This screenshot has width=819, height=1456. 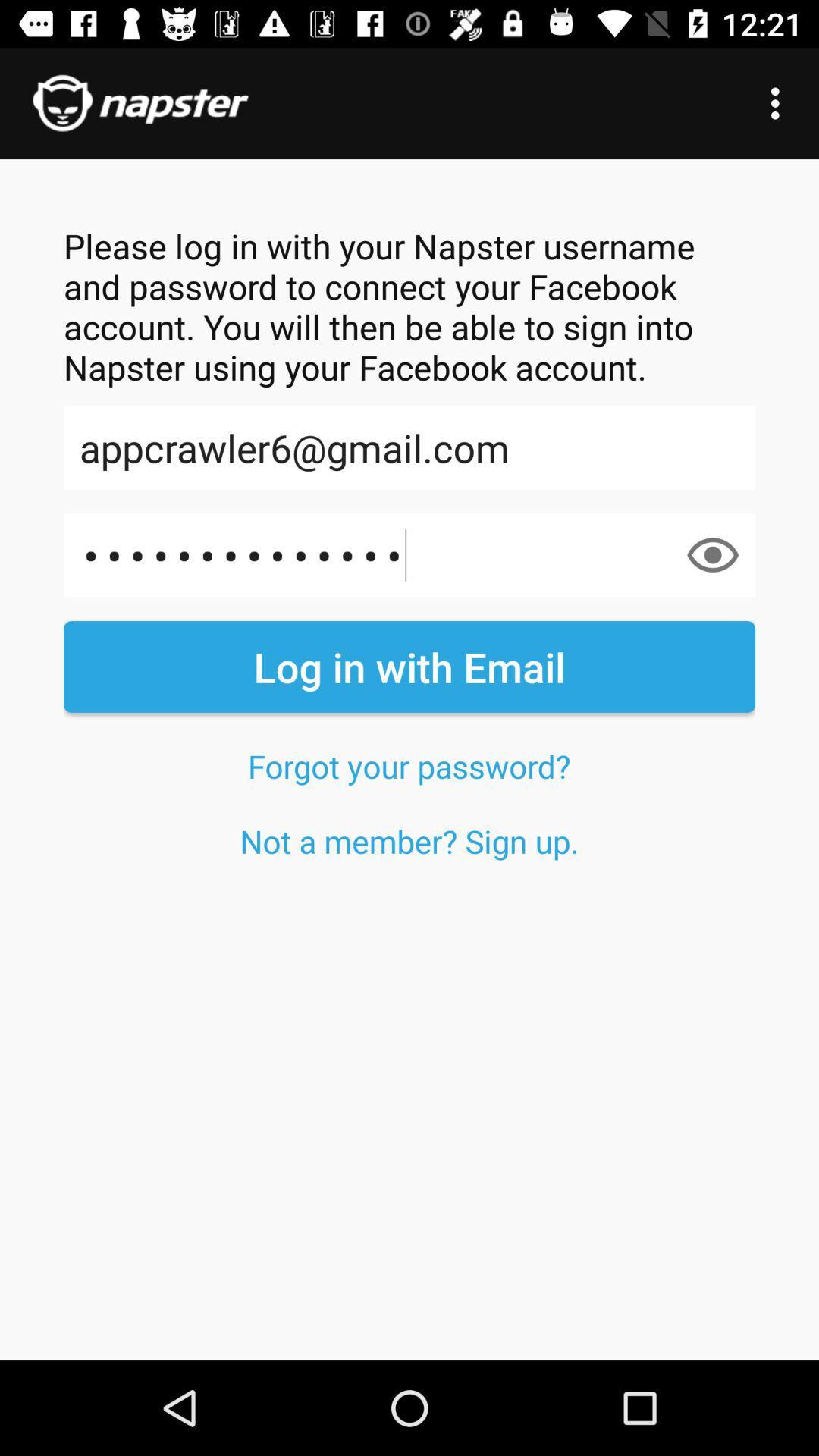 What do you see at coordinates (779, 102) in the screenshot?
I see `item at the top right corner` at bounding box center [779, 102].